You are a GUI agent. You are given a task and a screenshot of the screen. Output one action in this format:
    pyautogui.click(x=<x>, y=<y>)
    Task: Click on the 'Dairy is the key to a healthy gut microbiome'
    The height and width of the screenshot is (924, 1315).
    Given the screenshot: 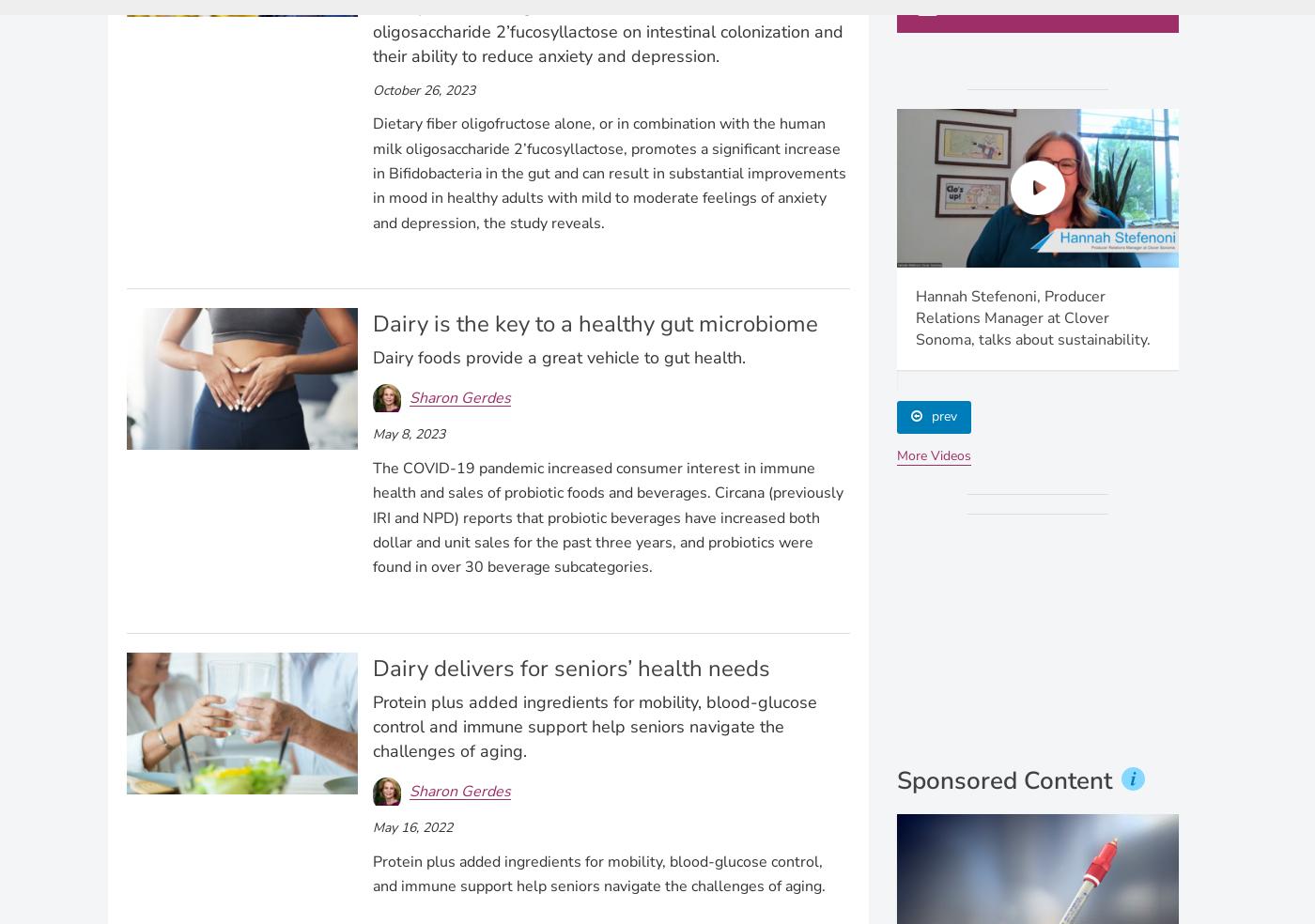 What is the action you would take?
    pyautogui.click(x=594, y=322)
    